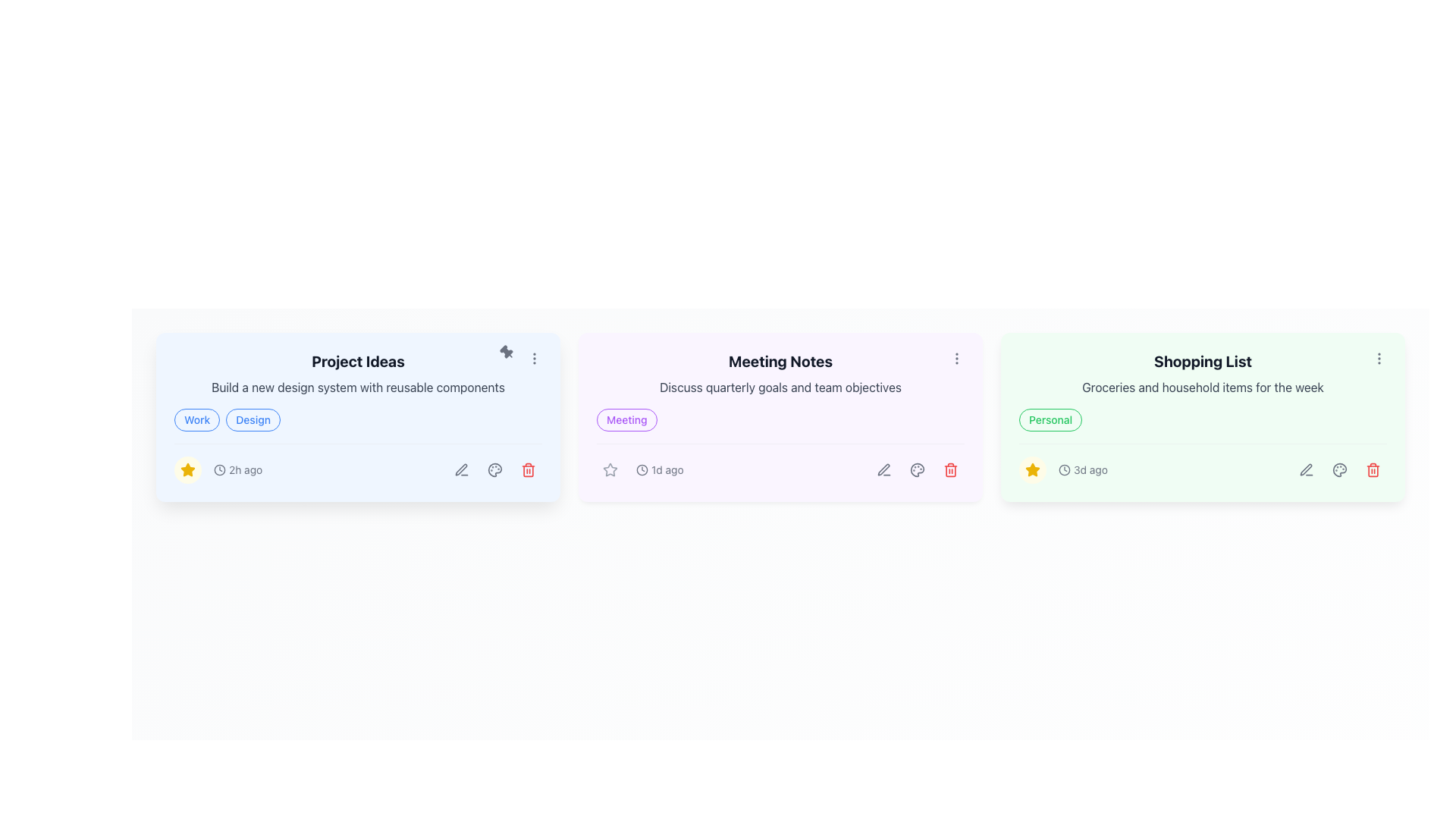 This screenshot has width=1456, height=819. I want to click on the text display area that presents a title and a brief description for a project idea, located in the first card of a horizontally-aligned set of cards, above the tags and timestamp, so click(357, 374).